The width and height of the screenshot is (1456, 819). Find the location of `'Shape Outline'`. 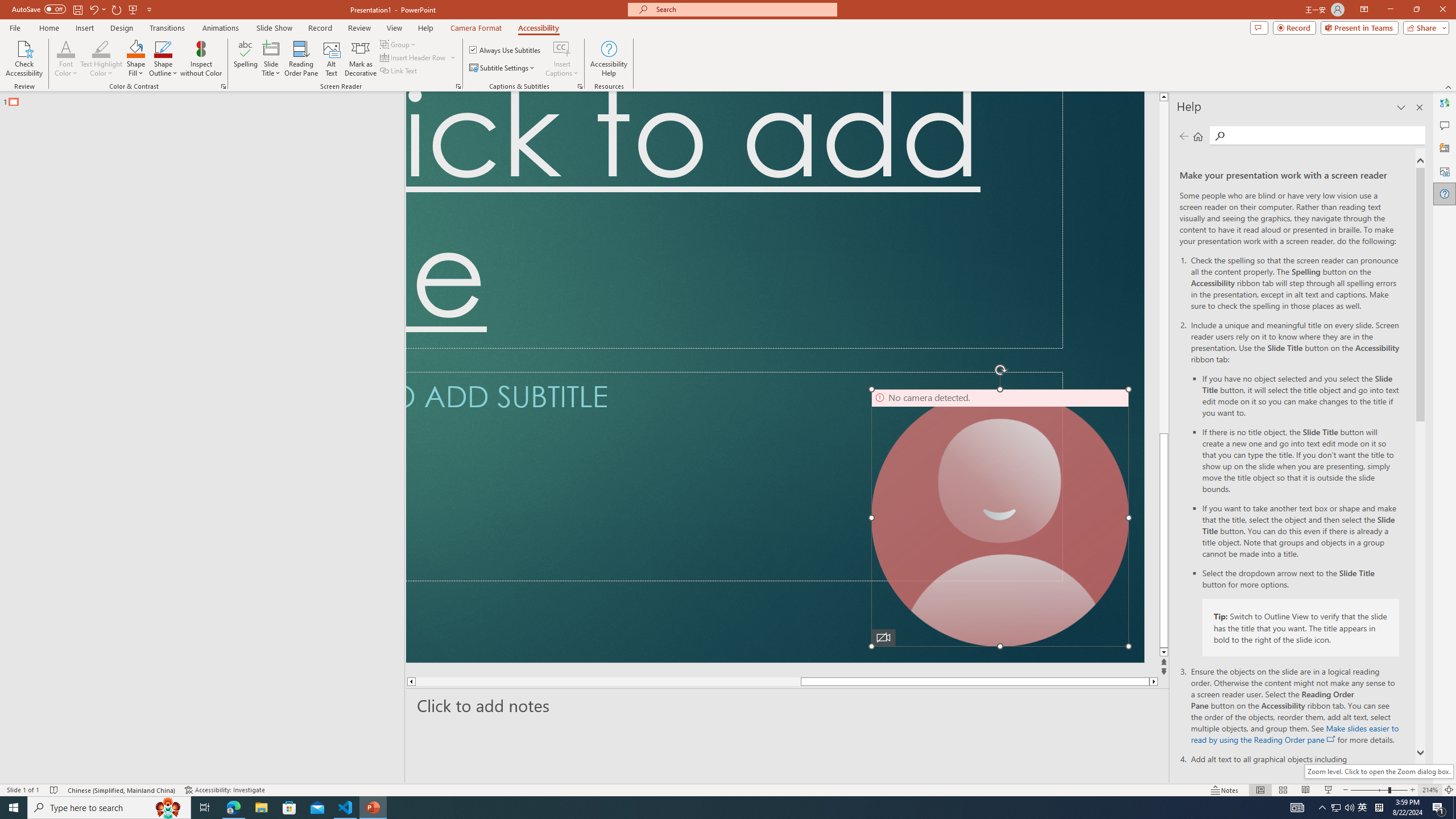

'Shape Outline' is located at coordinates (164, 59).